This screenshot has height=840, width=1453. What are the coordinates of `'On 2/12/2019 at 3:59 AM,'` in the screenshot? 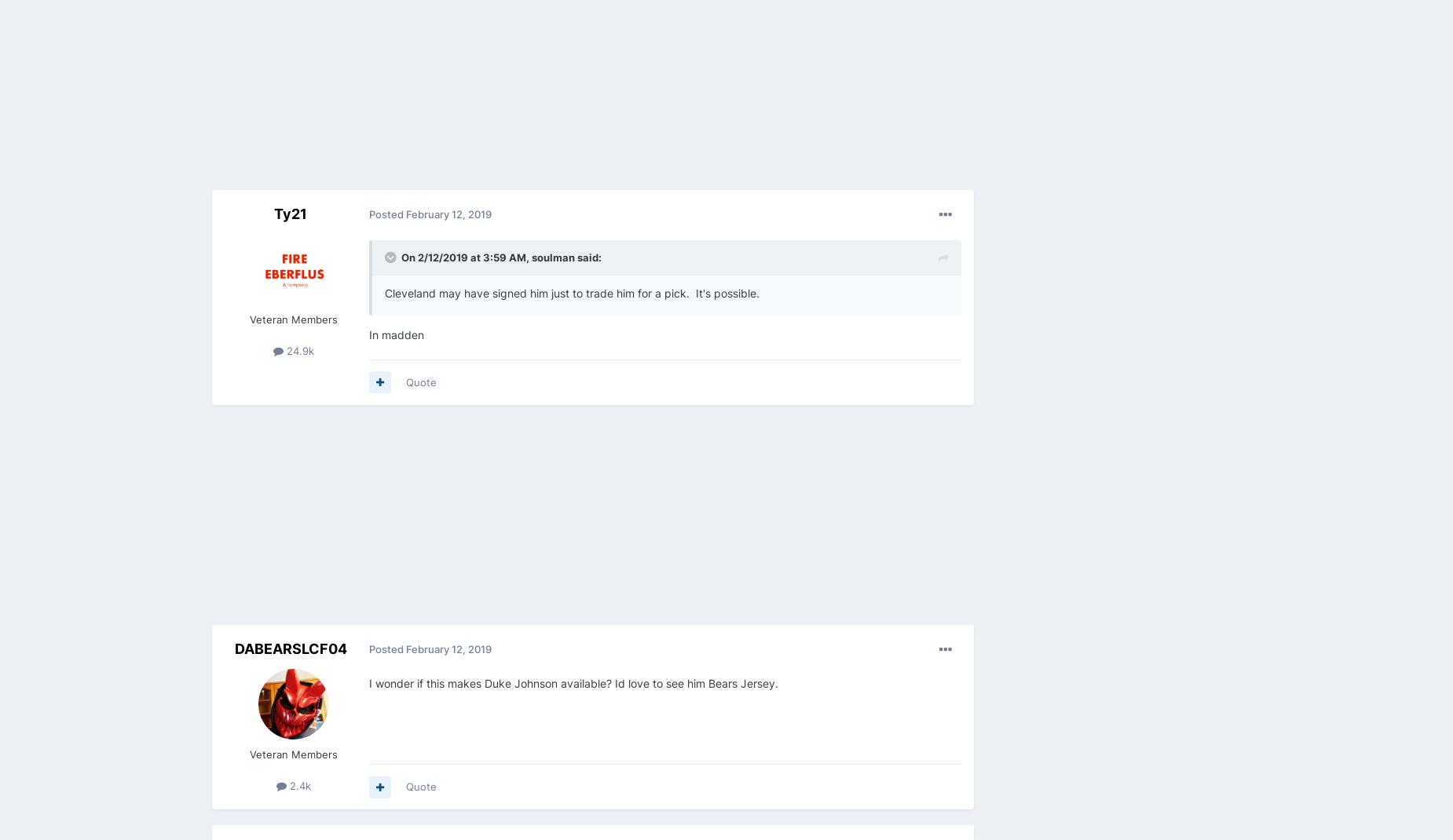 It's located at (467, 257).